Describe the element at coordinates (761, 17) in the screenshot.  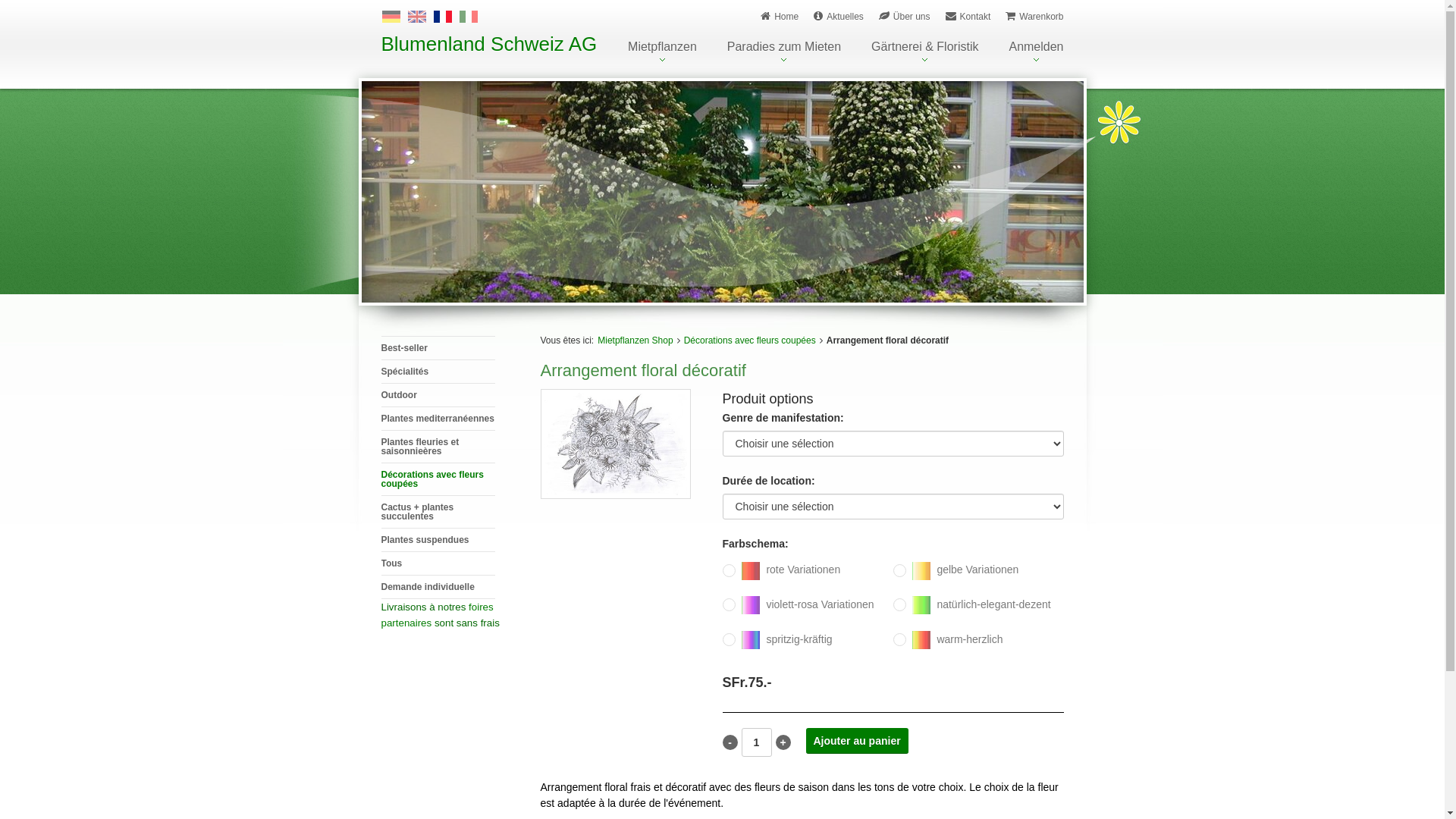
I see `'Home'` at that location.